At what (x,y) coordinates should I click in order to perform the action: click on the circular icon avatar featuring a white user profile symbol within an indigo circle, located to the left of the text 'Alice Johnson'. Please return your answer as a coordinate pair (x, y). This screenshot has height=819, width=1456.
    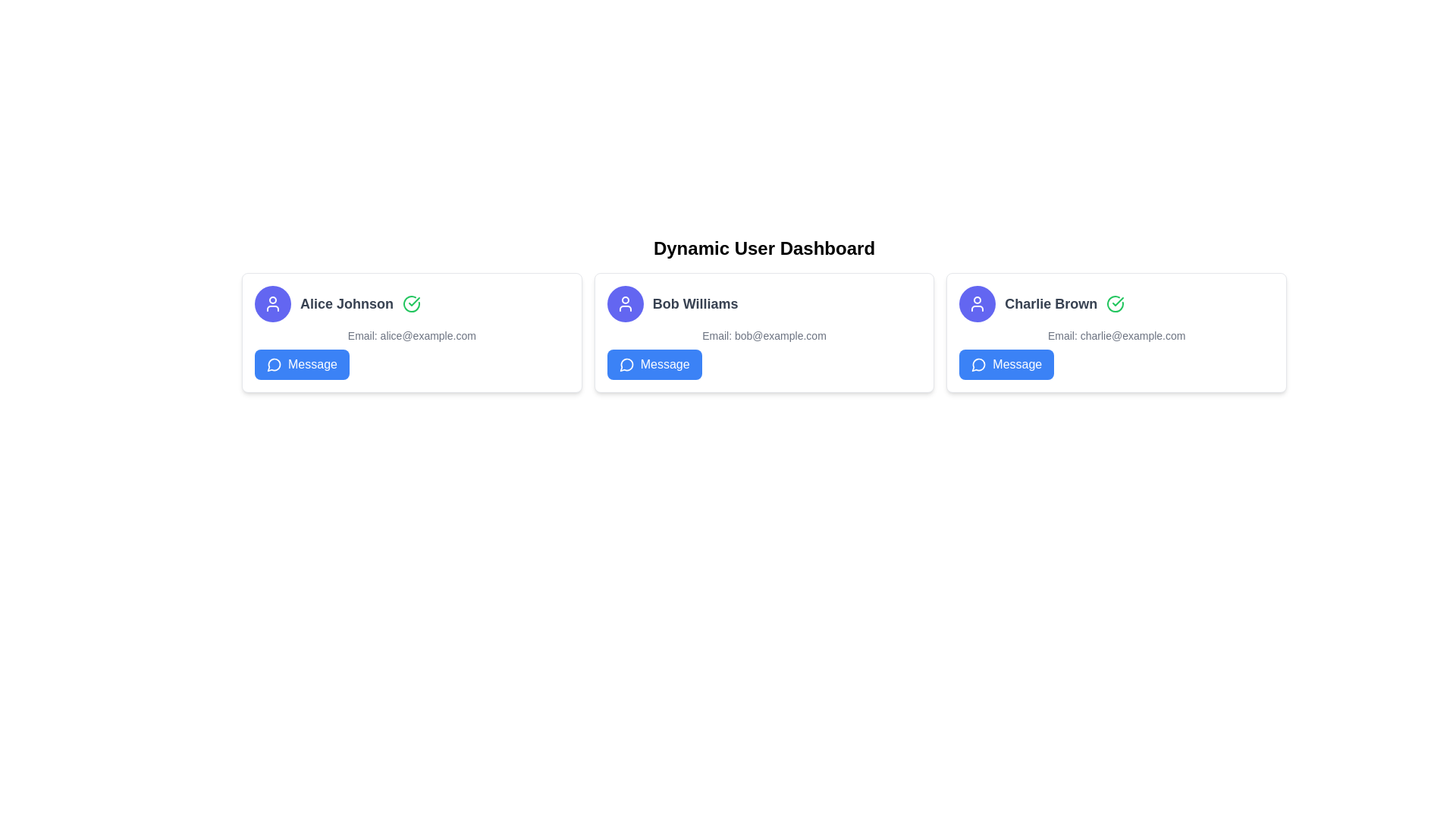
    Looking at the image, I should click on (273, 304).